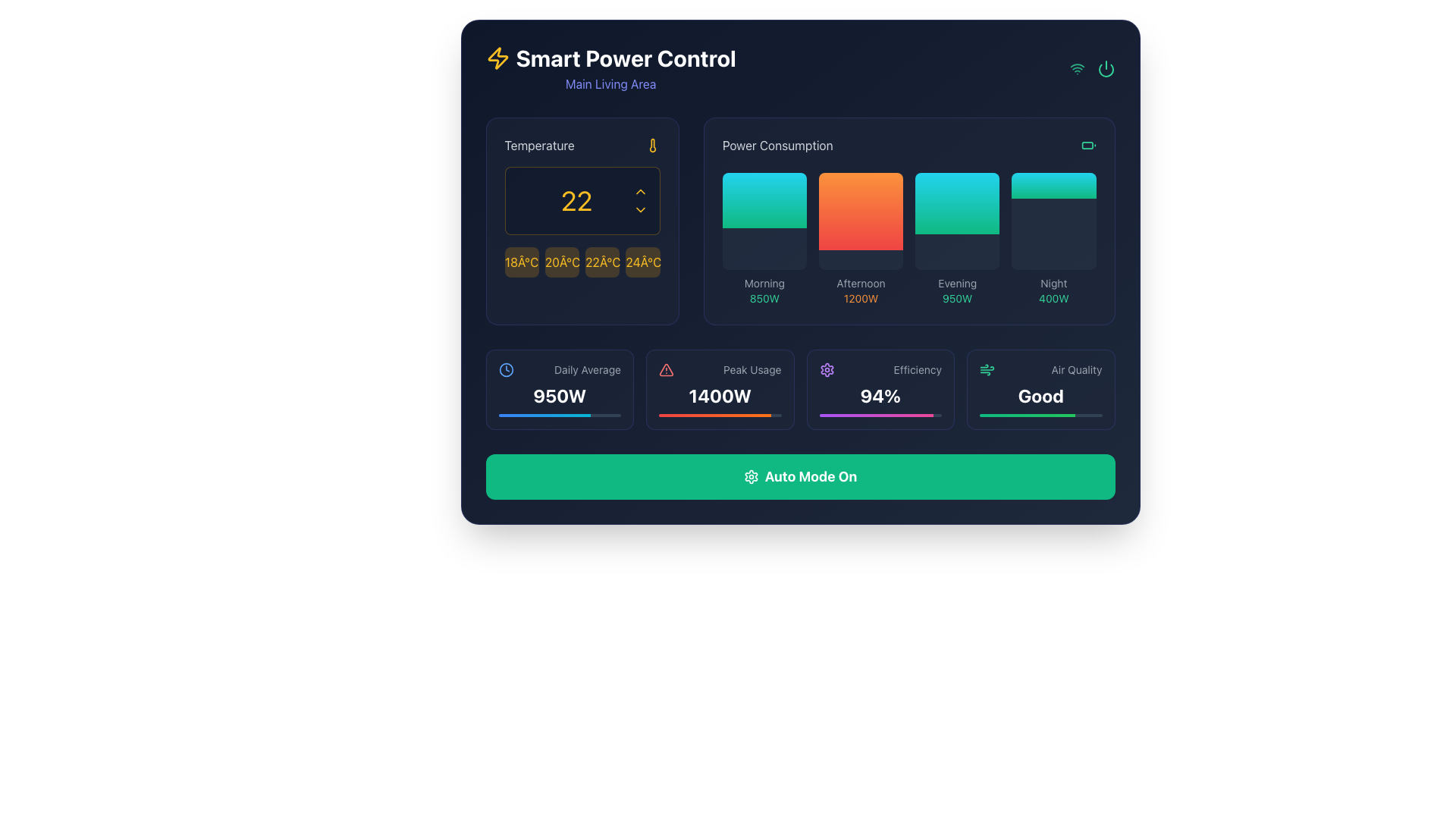  Describe the element at coordinates (719, 394) in the screenshot. I see `the '1400W' text display, which is prominently displayed in a large bold font styled in white against a dark blue background, located within the 'Peak Usage' section` at that location.